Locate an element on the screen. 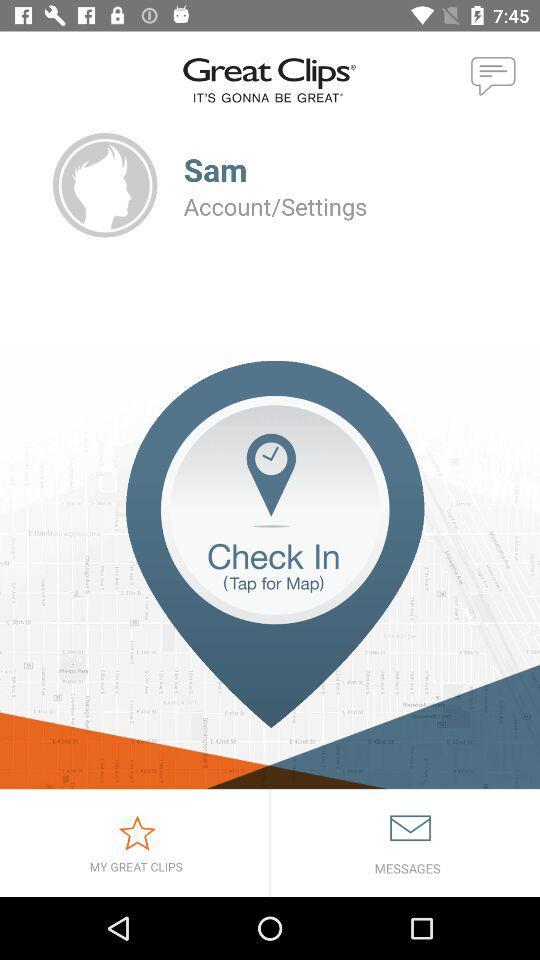 The width and height of the screenshot is (540, 960). icon at the top right corner is located at coordinates (493, 77).